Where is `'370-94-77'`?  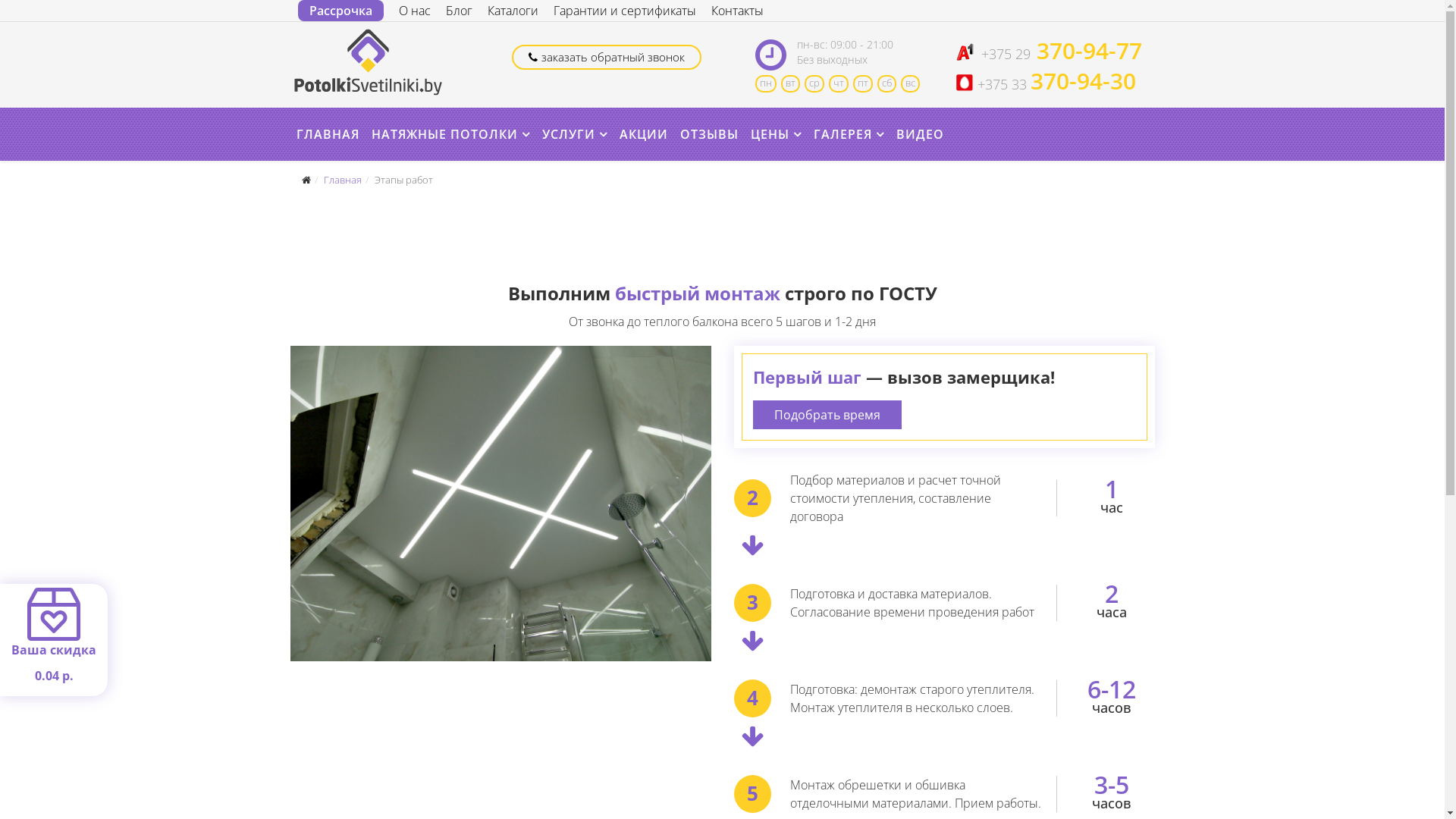 '370-94-77' is located at coordinates (1030, 52).